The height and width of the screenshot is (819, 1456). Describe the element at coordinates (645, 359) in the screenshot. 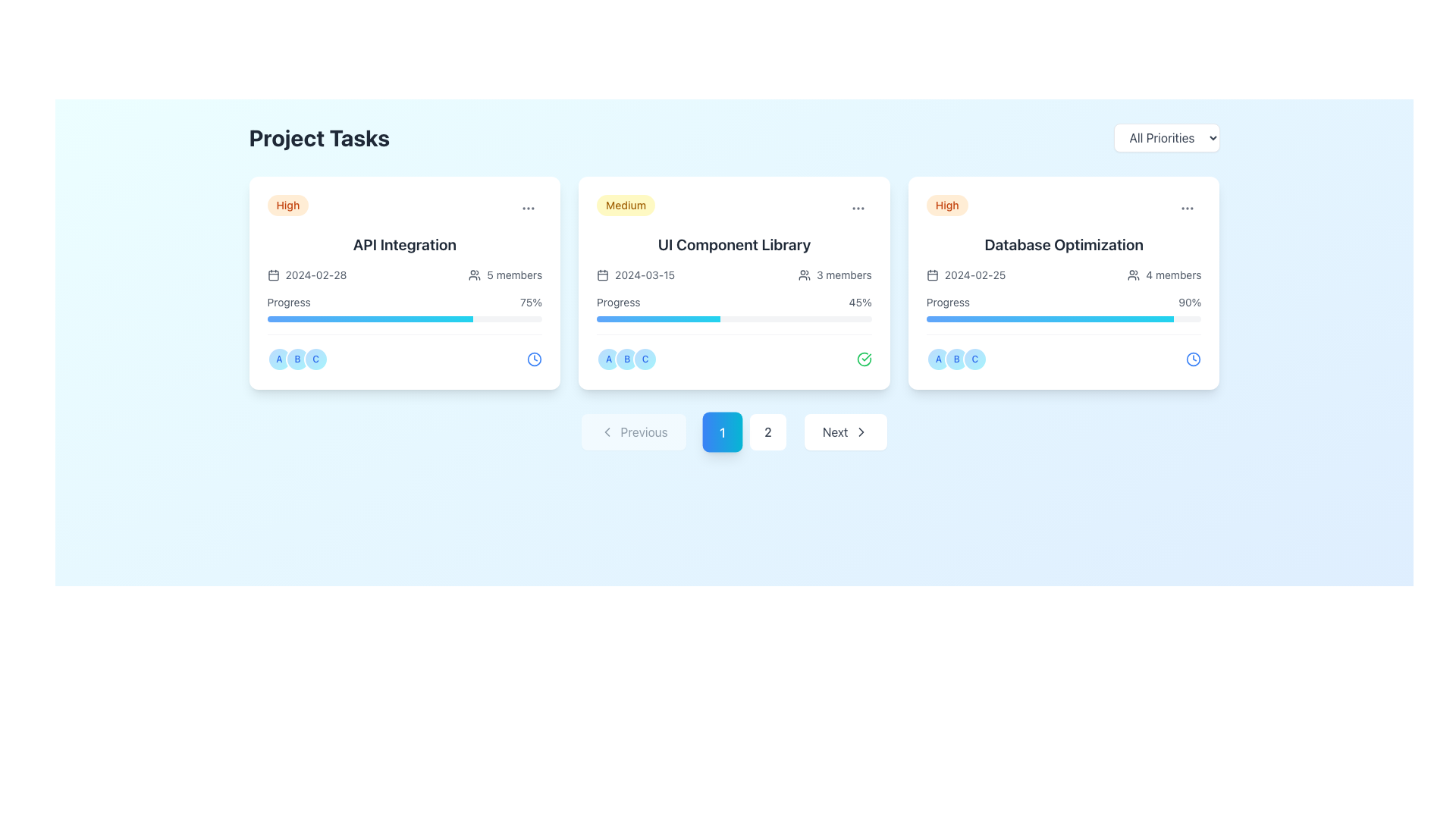

I see `the small circular badge with a gradient background transitioning from blue to cyan, containing the letter 'C' in blue text, located at the specified coordinates` at that location.